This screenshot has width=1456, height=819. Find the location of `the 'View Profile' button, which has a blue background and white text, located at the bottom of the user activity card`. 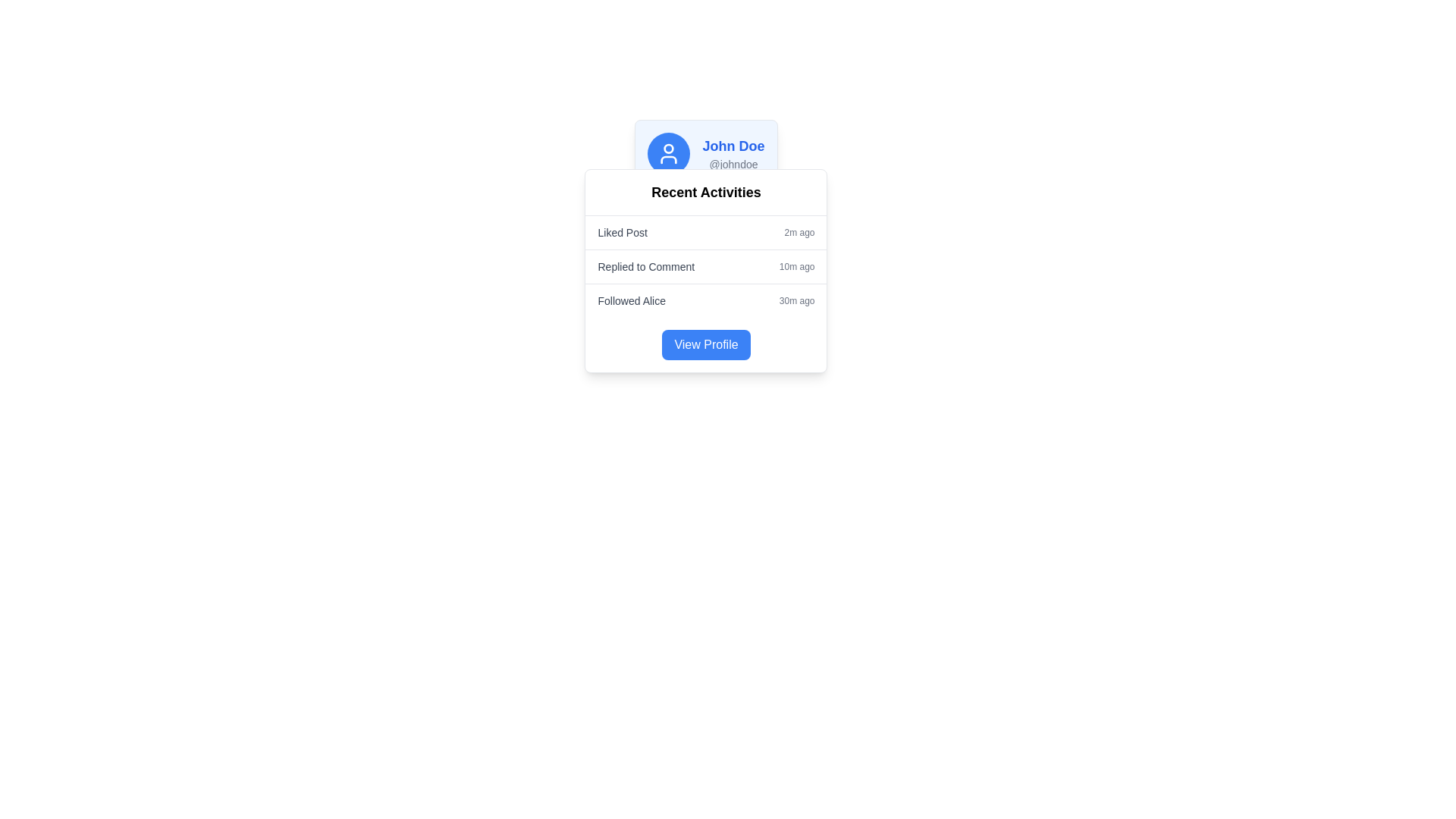

the 'View Profile' button, which has a blue background and white text, located at the bottom of the user activity card is located at coordinates (705, 345).